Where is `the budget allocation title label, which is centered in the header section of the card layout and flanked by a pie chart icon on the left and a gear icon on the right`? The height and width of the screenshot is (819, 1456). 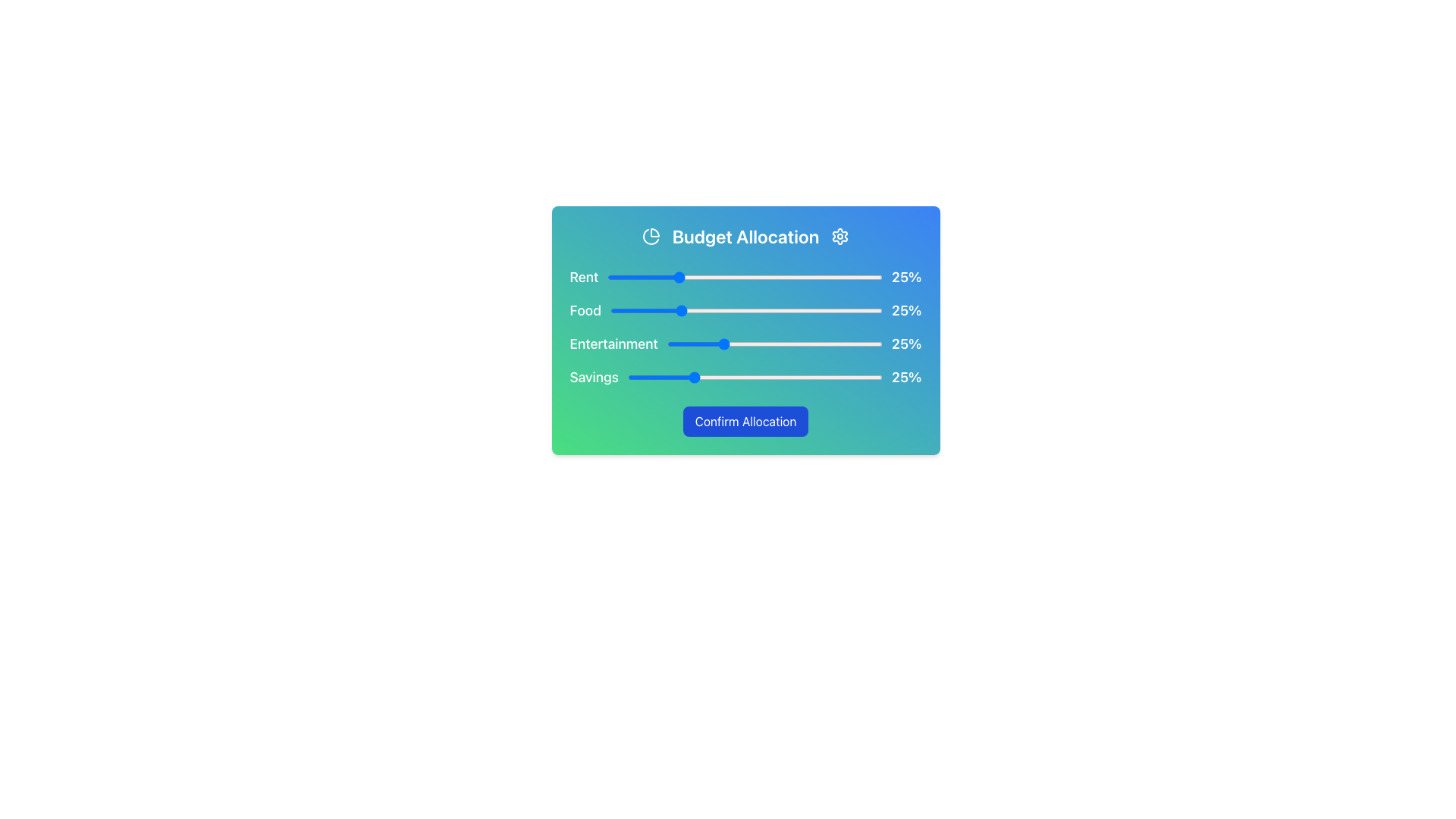 the budget allocation title label, which is centered in the header section of the card layout and flanked by a pie chart icon on the left and a gear icon on the right is located at coordinates (745, 237).